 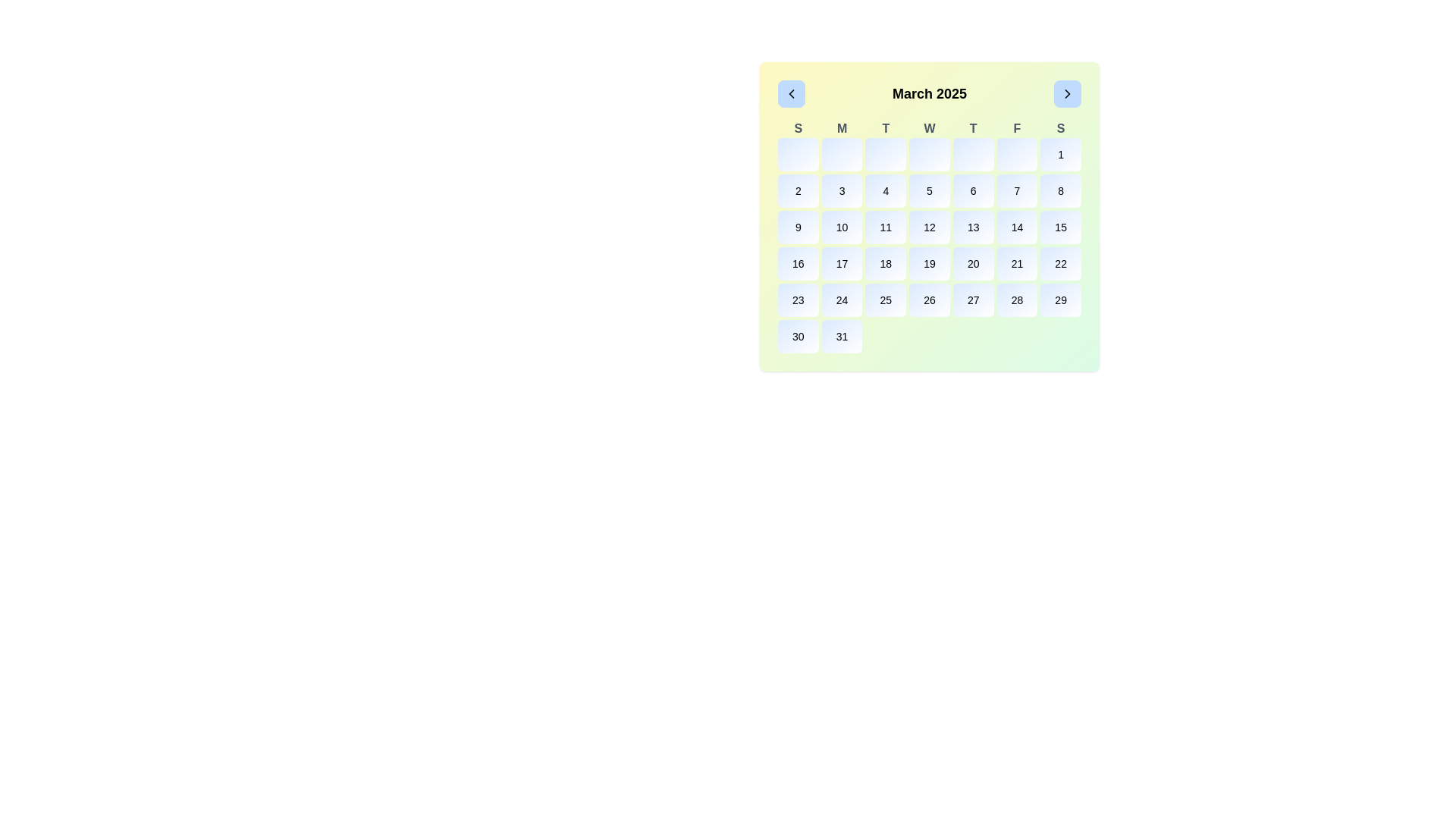 I want to click on the navigation button located in the top-left corner of the calendar interface, so click(x=790, y=93).